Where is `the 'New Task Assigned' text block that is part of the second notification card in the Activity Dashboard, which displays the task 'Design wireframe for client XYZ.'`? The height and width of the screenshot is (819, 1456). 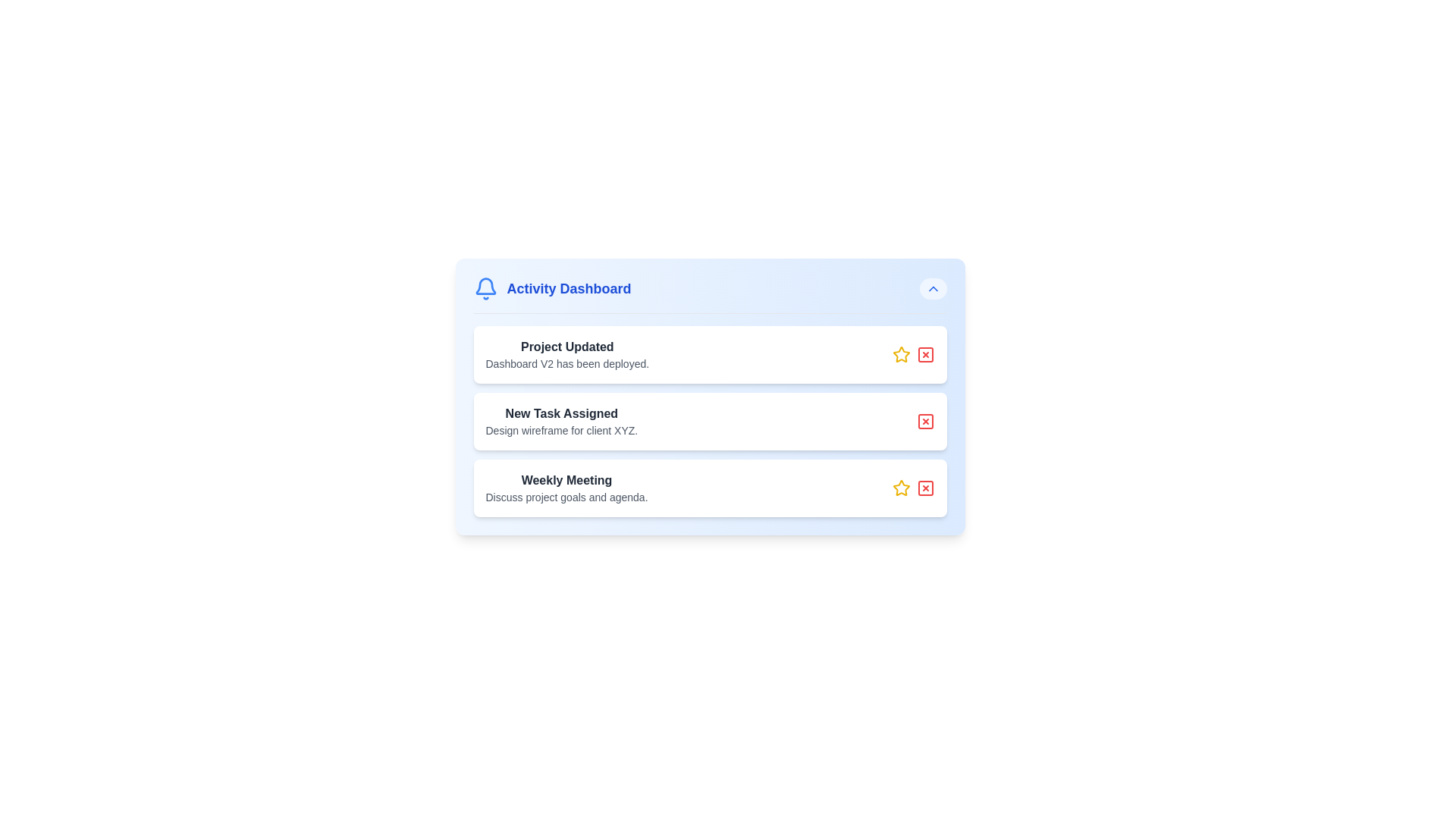
the 'New Task Assigned' text block that is part of the second notification card in the Activity Dashboard, which displays the task 'Design wireframe for client XYZ.' is located at coordinates (560, 421).